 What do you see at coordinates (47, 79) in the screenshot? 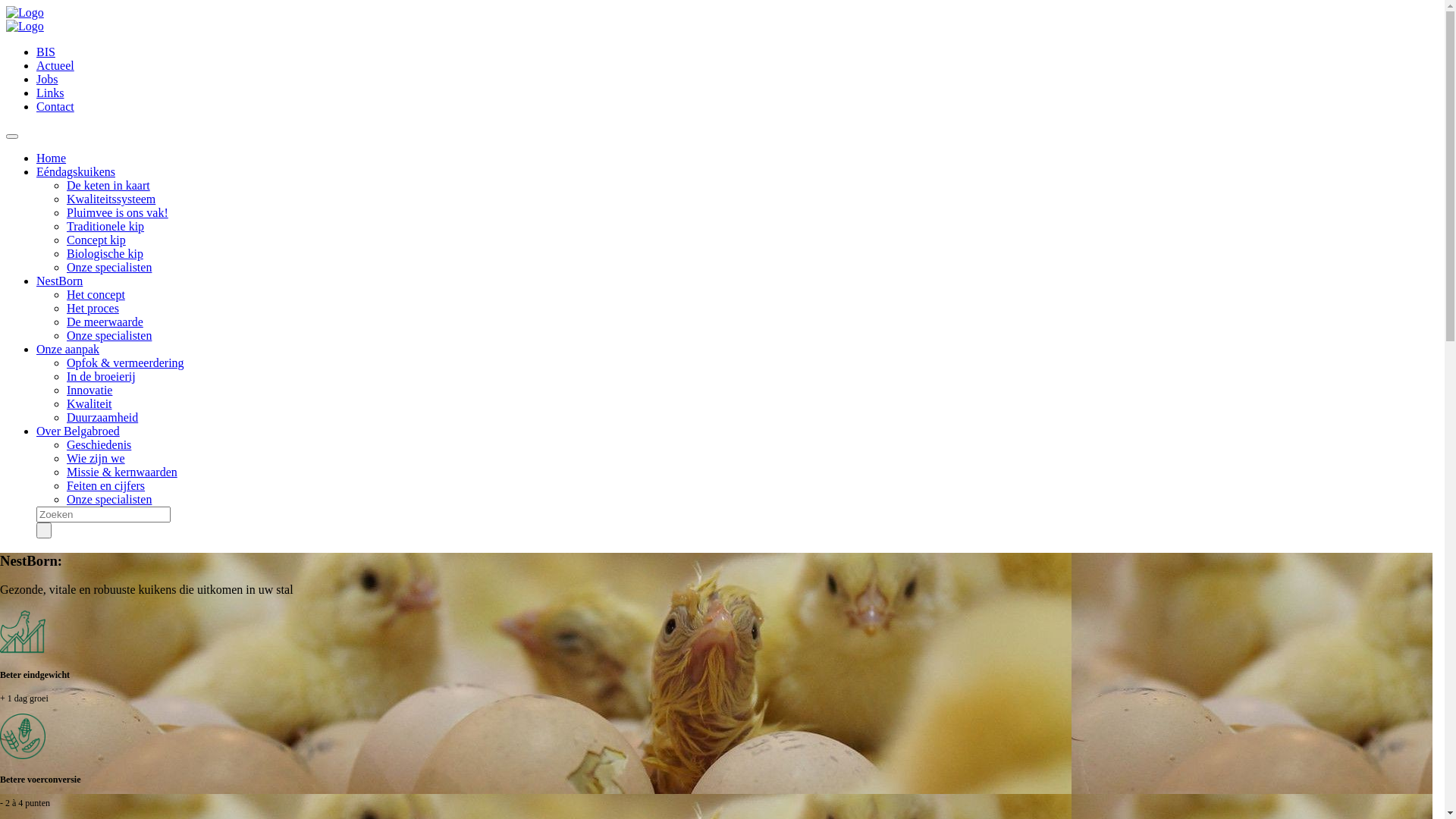
I see `'Jobs'` at bounding box center [47, 79].